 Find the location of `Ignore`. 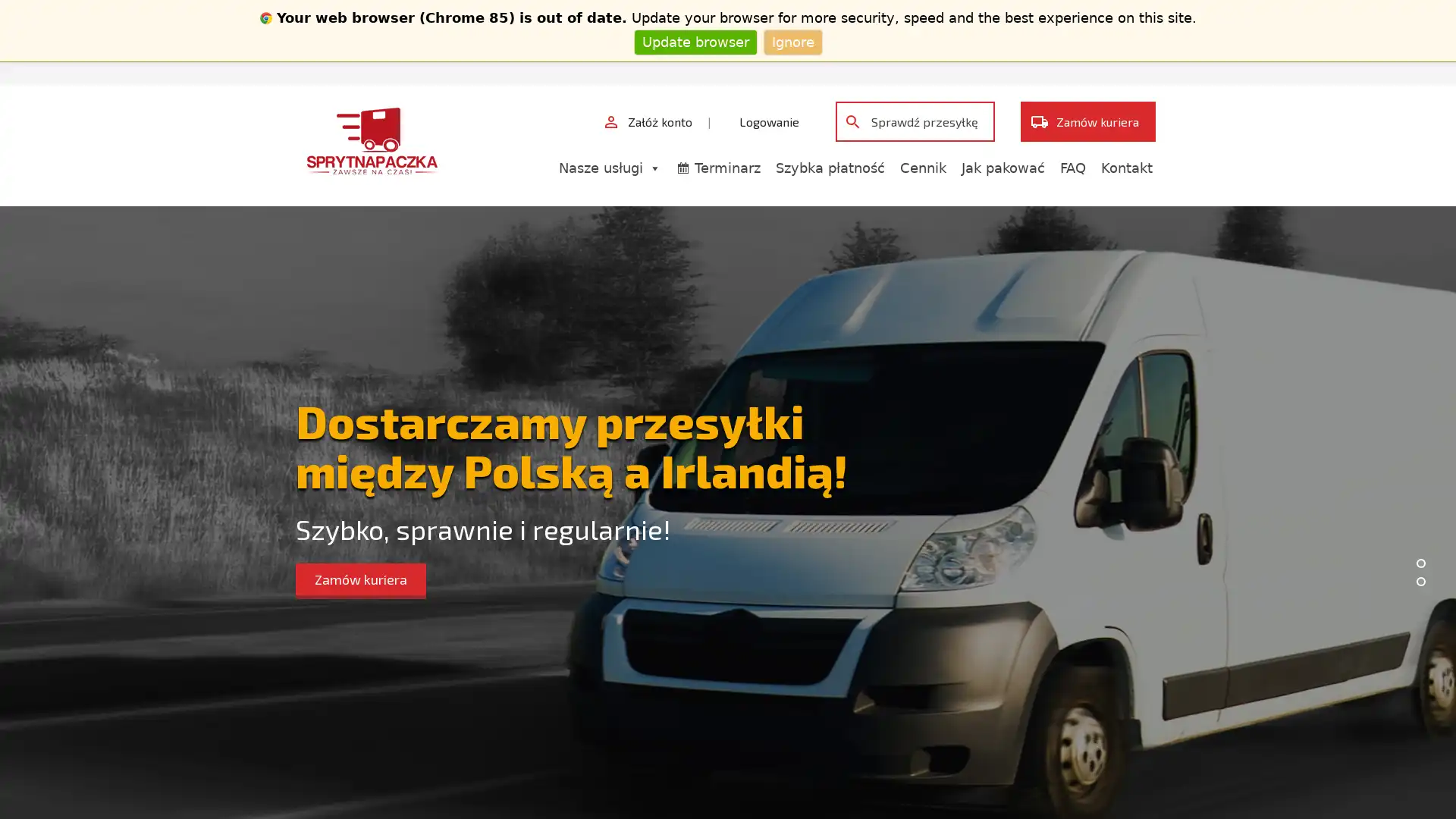

Ignore is located at coordinates (792, 41).